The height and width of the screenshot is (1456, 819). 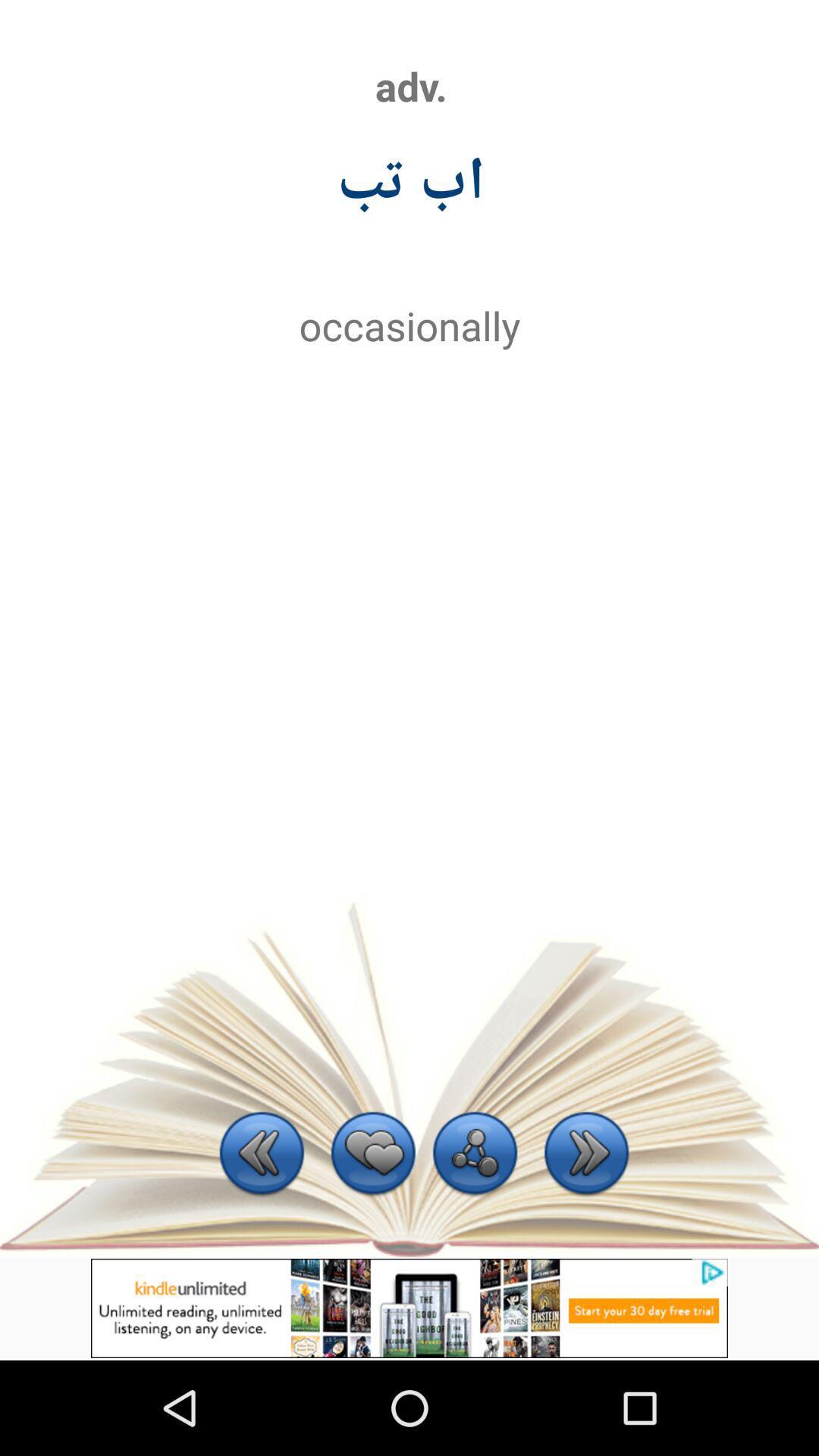 What do you see at coordinates (261, 1154) in the screenshot?
I see `go back` at bounding box center [261, 1154].